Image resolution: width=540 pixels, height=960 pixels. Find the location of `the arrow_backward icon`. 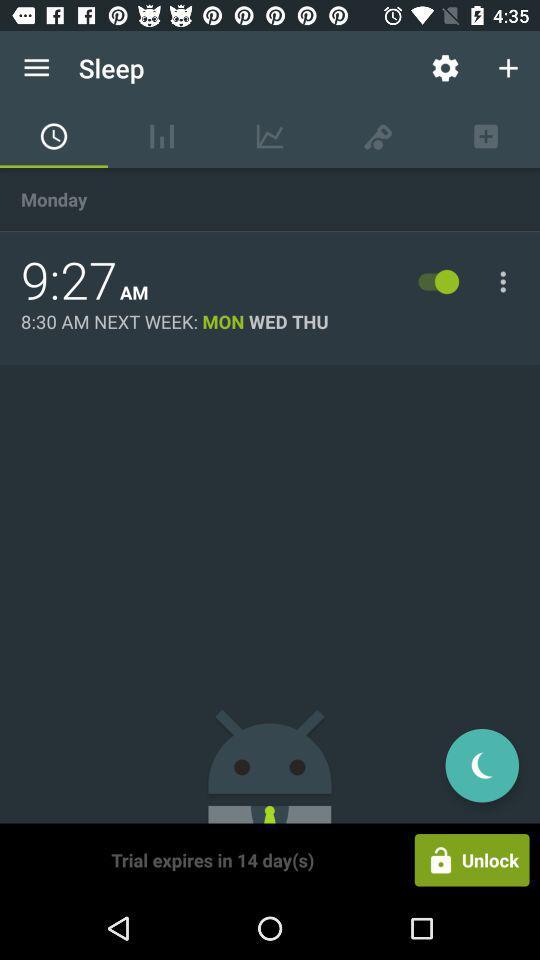

the arrow_backward icon is located at coordinates (481, 764).